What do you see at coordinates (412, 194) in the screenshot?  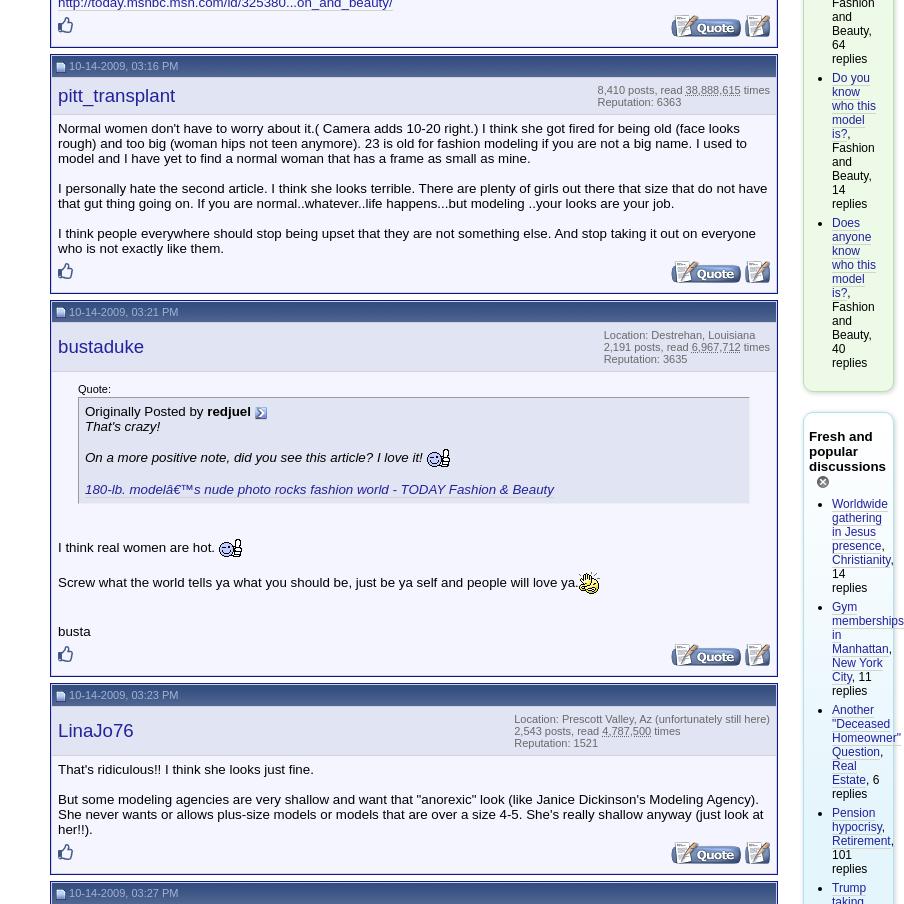 I see `'I personally hate the second article. I think she looks terrible. There are plenty of girls out there that size that do not have that gut thing going on. If you are normal..whatever..life happens...but modeling ..your looks are your job.'` at bounding box center [412, 194].